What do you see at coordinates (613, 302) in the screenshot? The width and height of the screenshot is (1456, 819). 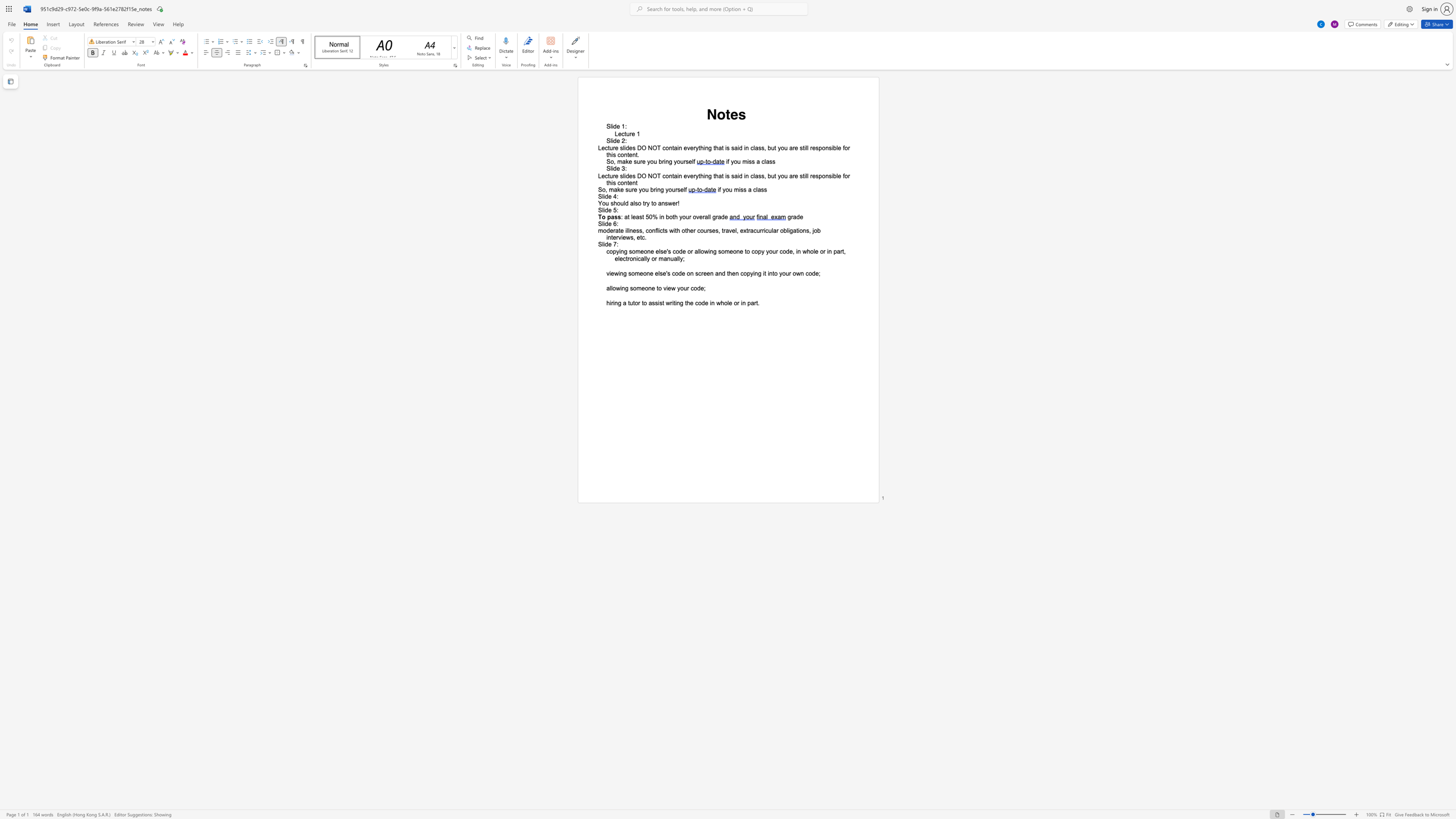 I see `the subset text "ing a tut" within the text "hiring a tutor to"` at bounding box center [613, 302].